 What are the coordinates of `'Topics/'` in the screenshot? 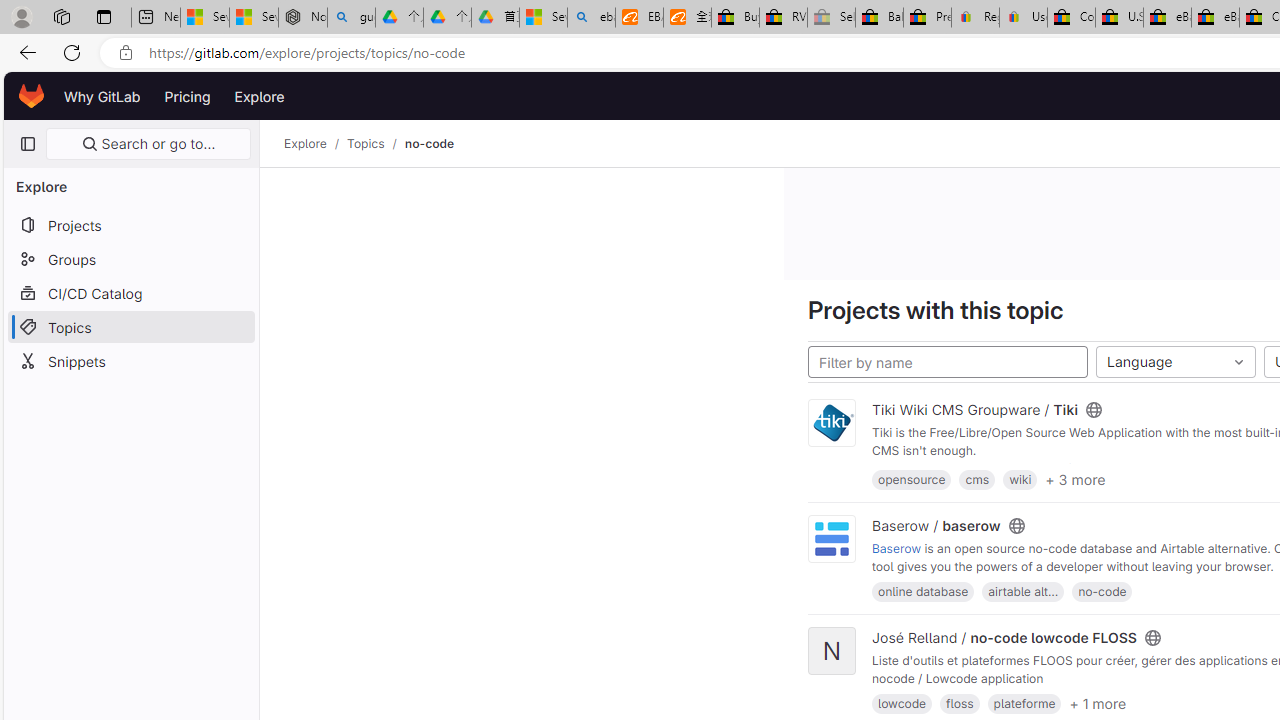 It's located at (375, 143).